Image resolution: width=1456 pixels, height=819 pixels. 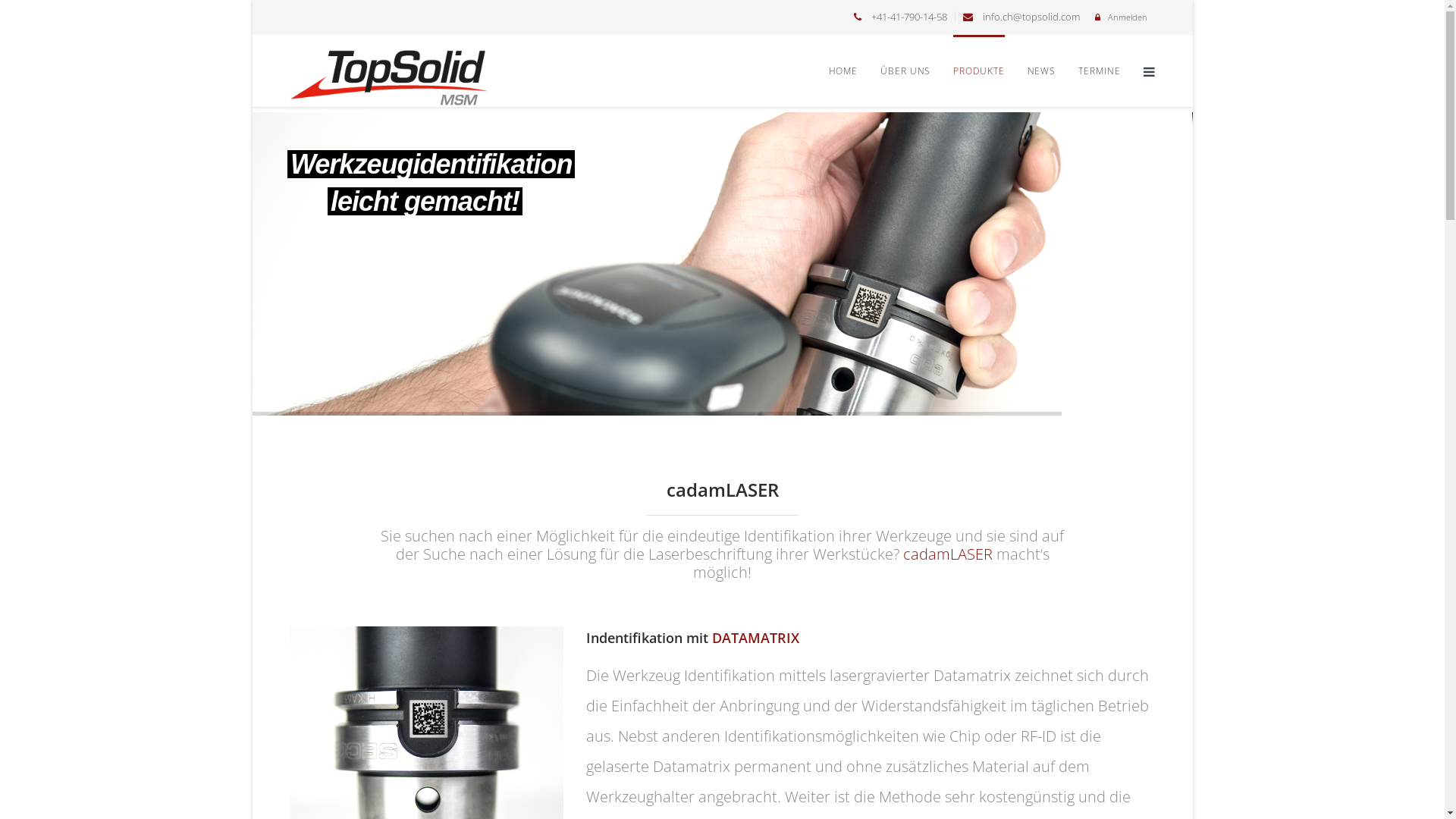 I want to click on 'TERMINE', so click(x=1099, y=71).